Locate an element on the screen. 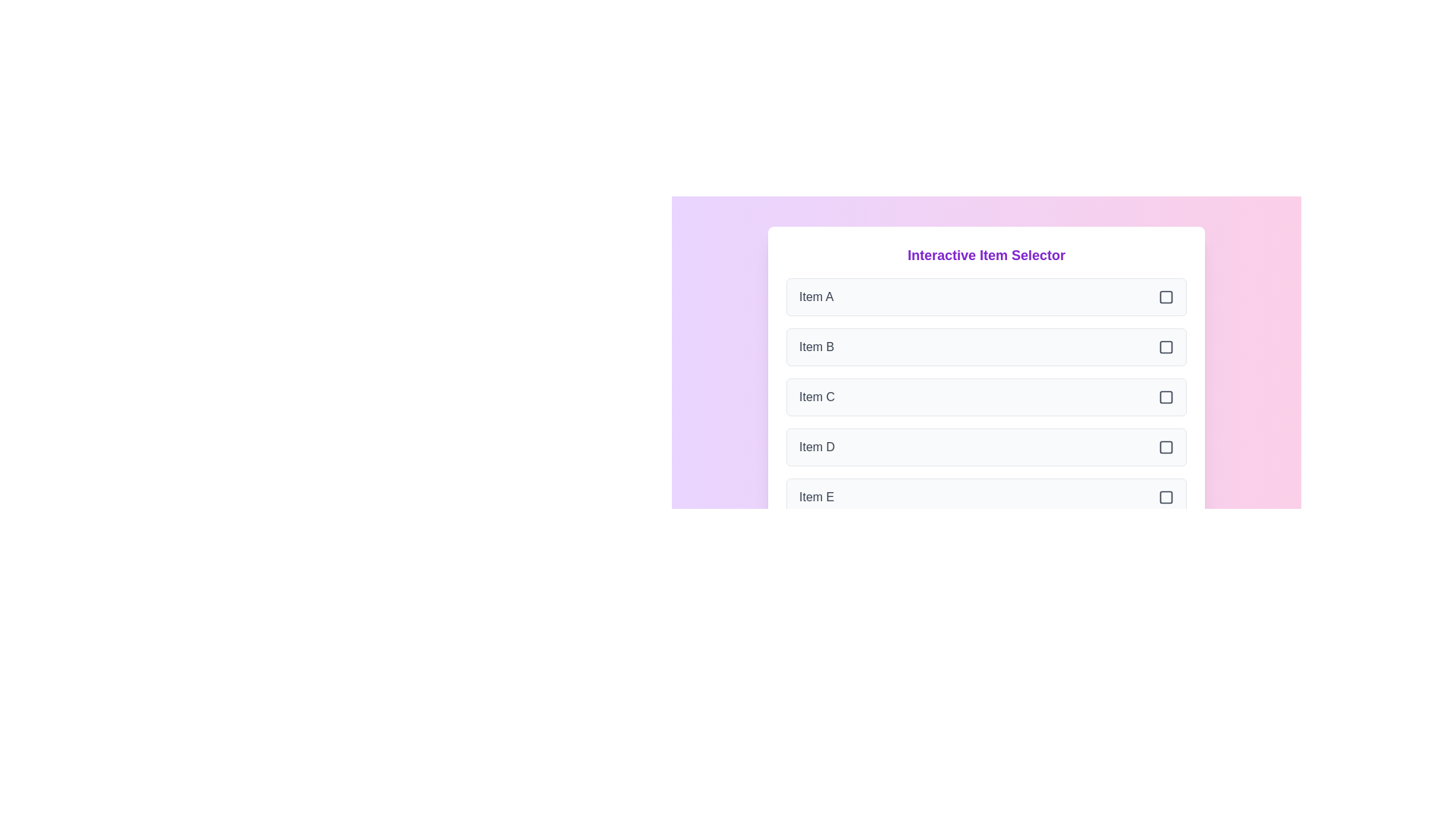 This screenshot has height=819, width=1456. the heading text 'Interactive Item Selector' is located at coordinates (986, 254).